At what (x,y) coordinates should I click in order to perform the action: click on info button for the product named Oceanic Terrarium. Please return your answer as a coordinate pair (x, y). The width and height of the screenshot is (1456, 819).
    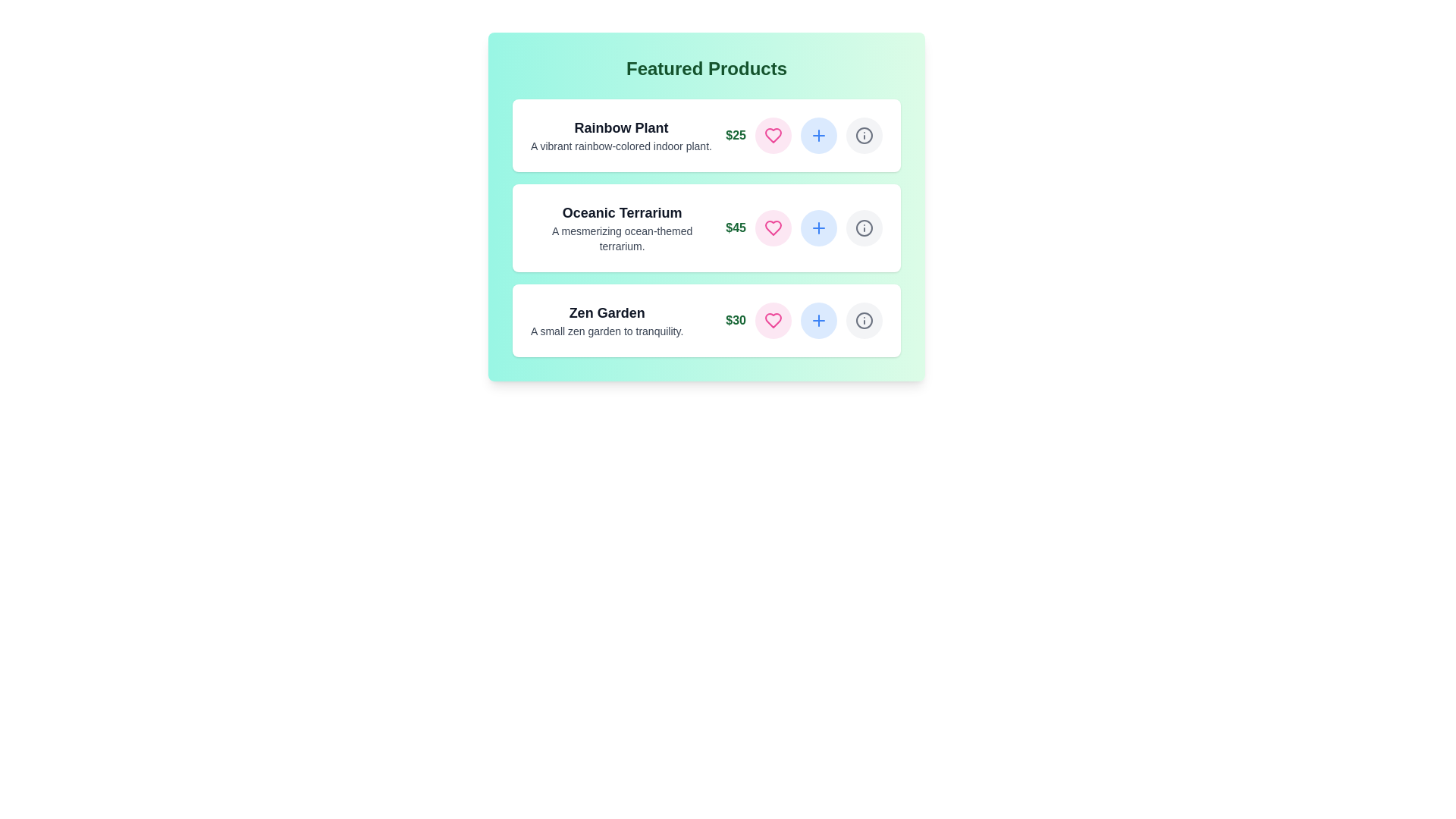
    Looking at the image, I should click on (864, 227).